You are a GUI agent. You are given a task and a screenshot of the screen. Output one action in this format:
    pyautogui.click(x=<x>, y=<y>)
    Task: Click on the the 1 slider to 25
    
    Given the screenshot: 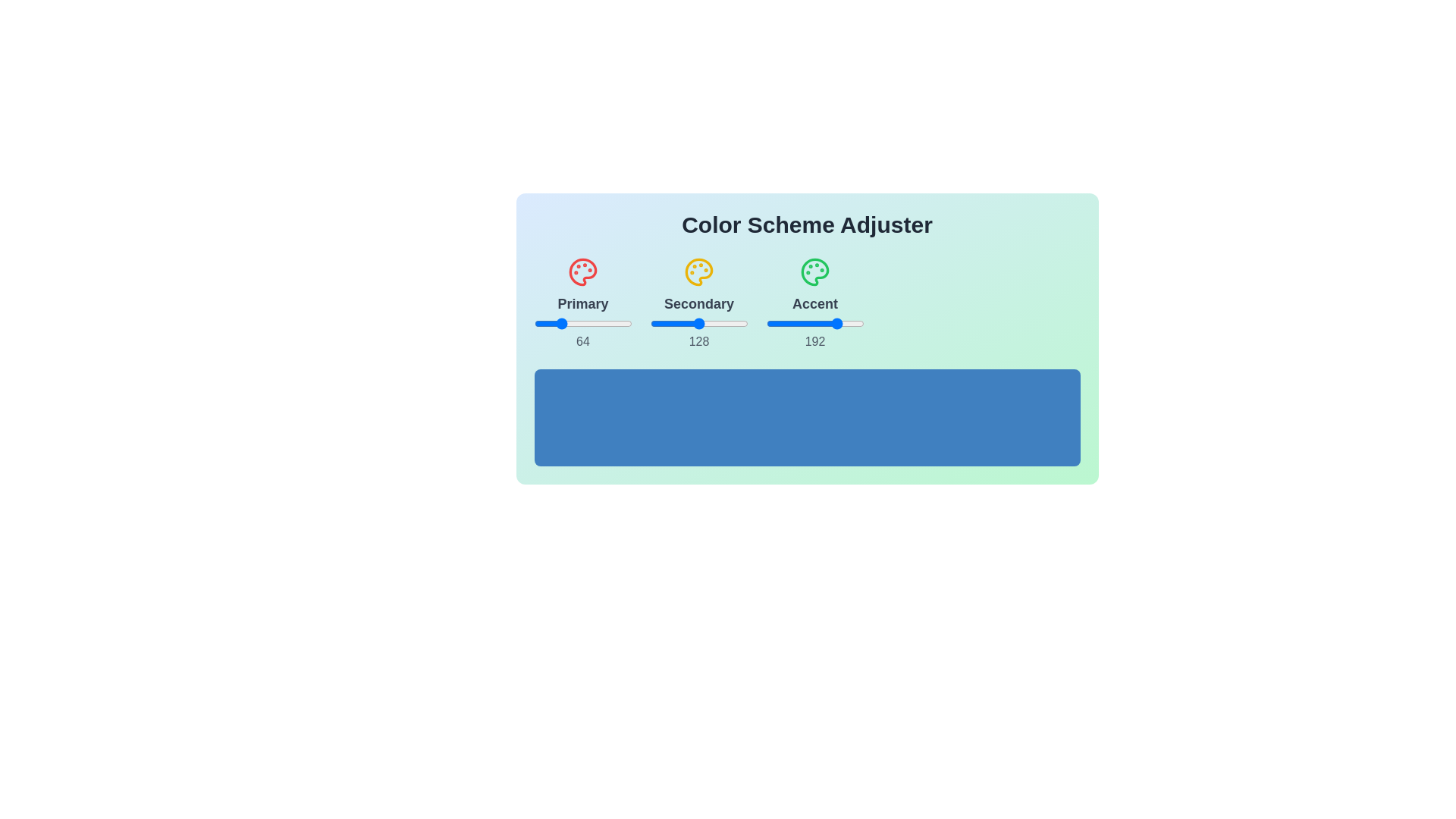 What is the action you would take?
    pyautogui.click(x=708, y=323)
    